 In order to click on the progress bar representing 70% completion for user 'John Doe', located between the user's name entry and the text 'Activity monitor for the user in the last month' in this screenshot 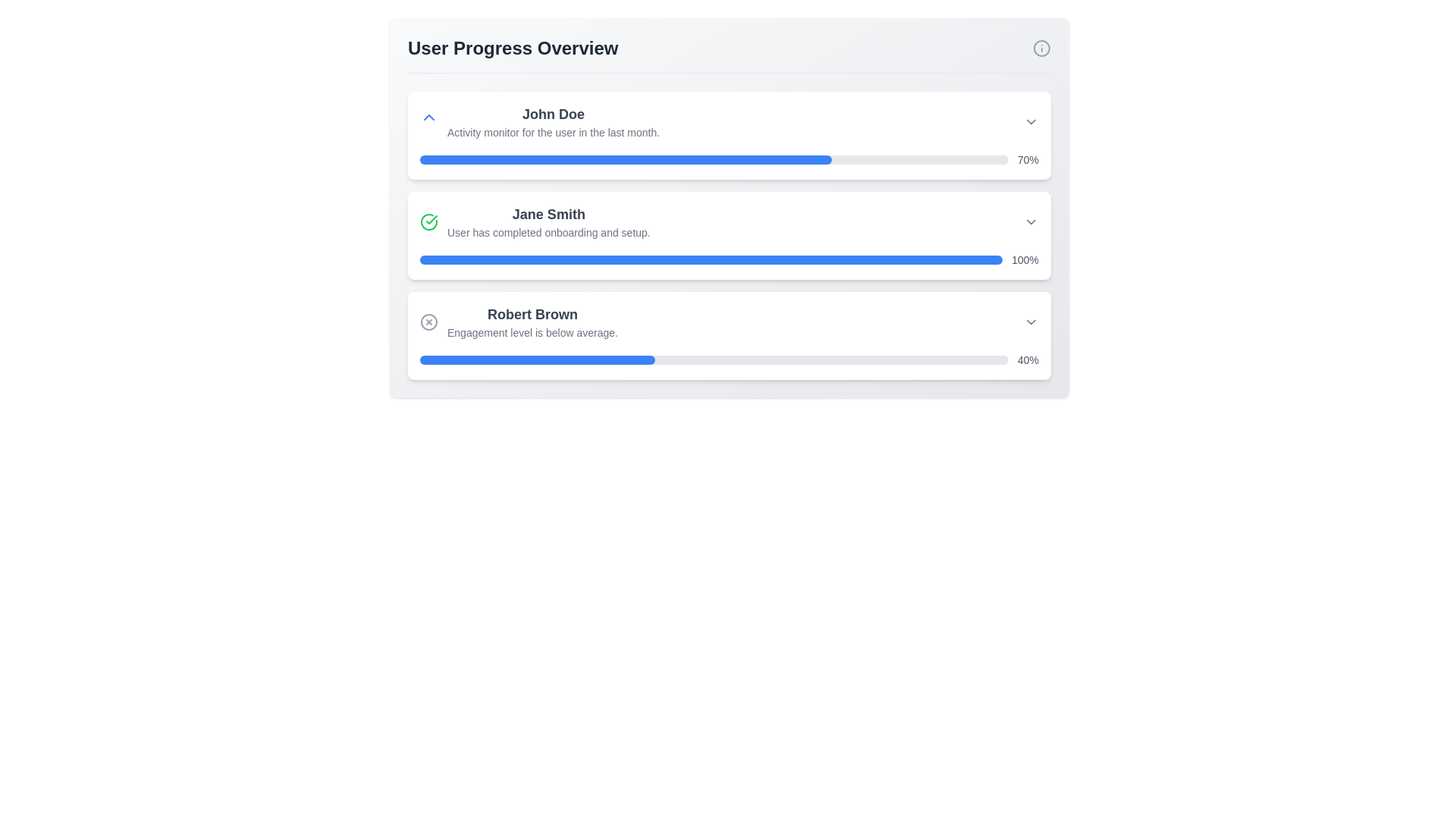, I will do `click(713, 160)`.